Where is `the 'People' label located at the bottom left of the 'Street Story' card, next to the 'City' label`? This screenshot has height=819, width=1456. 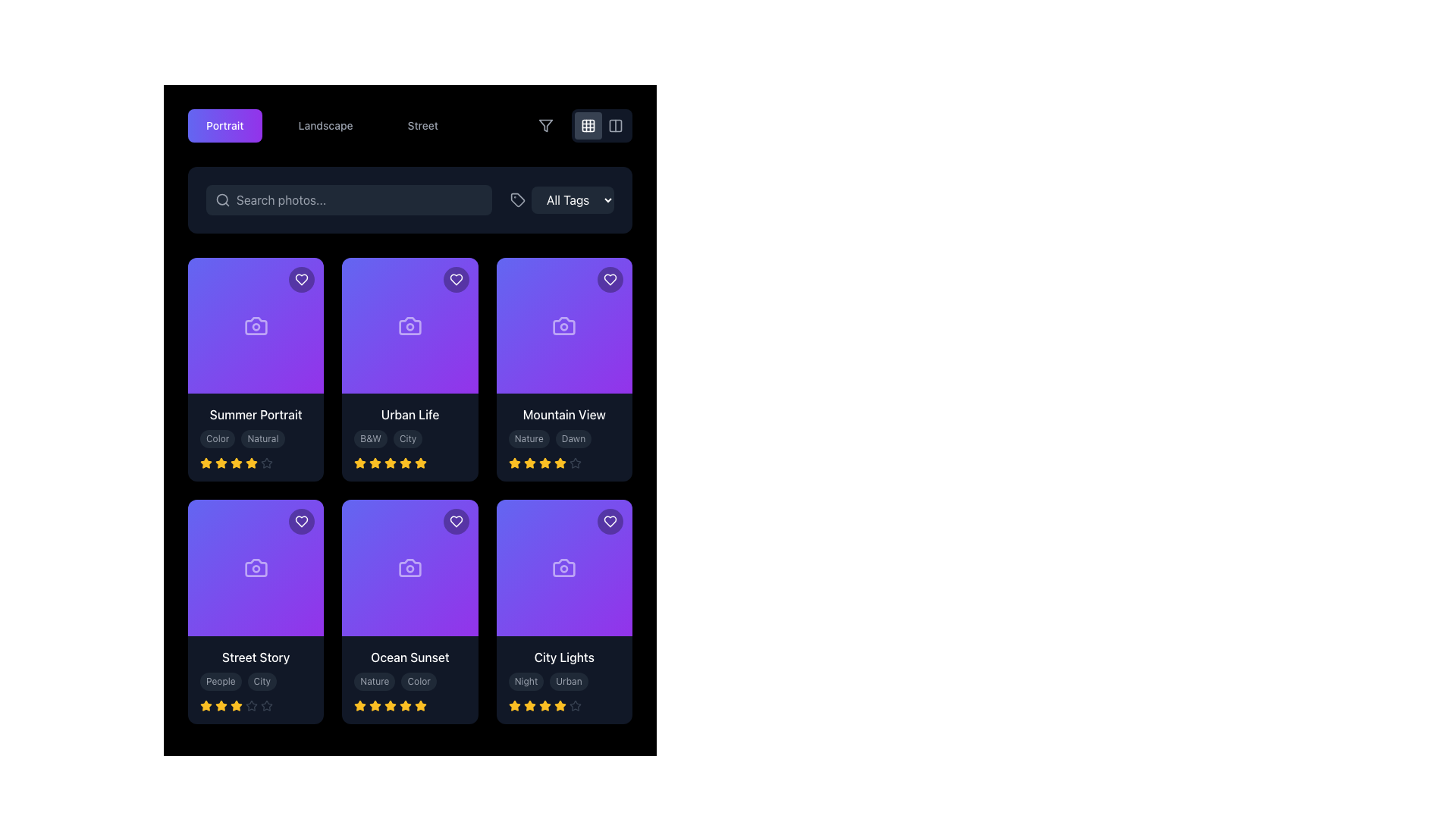 the 'People' label located at the bottom left of the 'Street Story' card, next to the 'City' label is located at coordinates (220, 680).